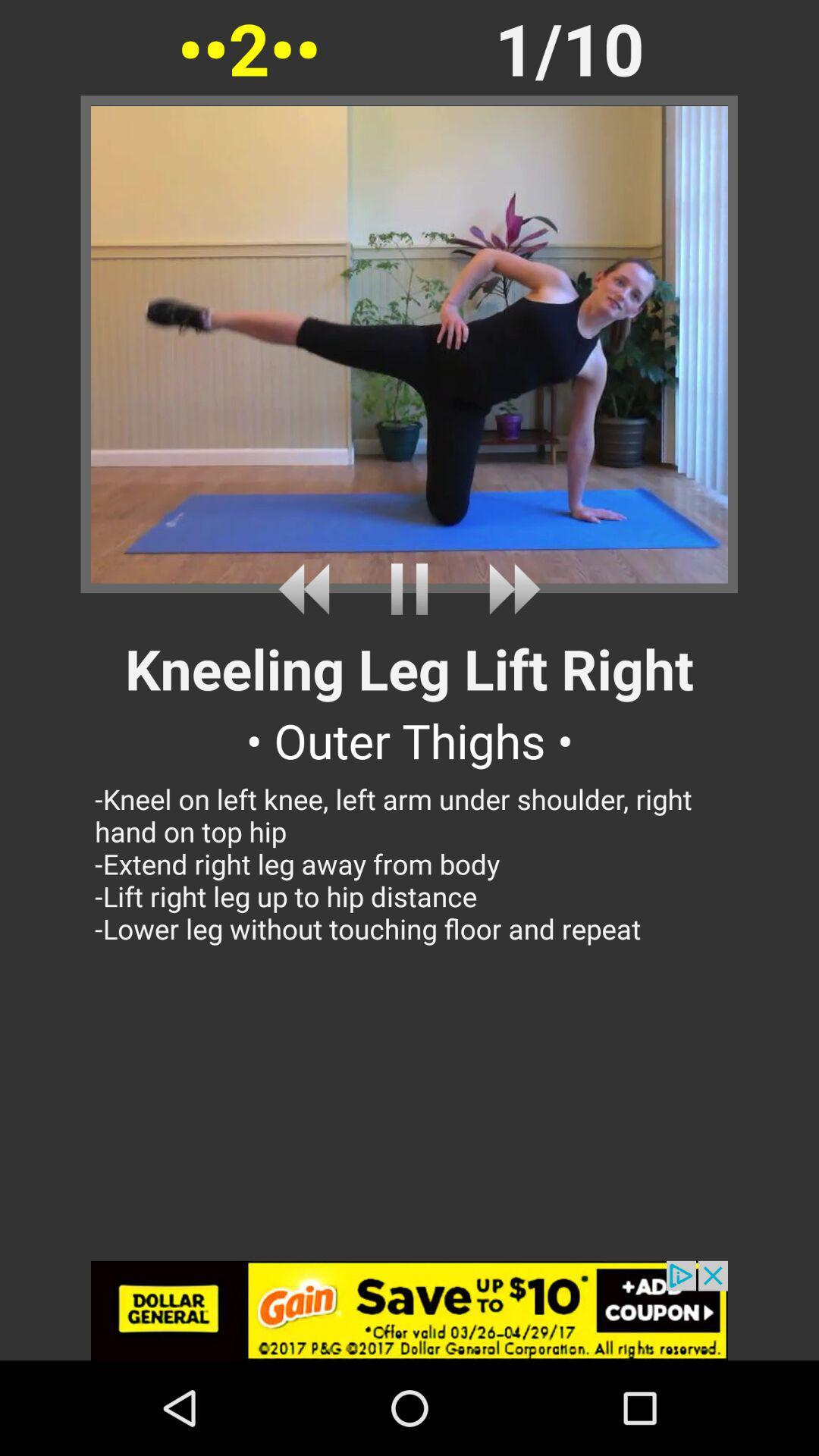 This screenshot has height=1456, width=819. What do you see at coordinates (509, 588) in the screenshot?
I see `watch next video` at bounding box center [509, 588].